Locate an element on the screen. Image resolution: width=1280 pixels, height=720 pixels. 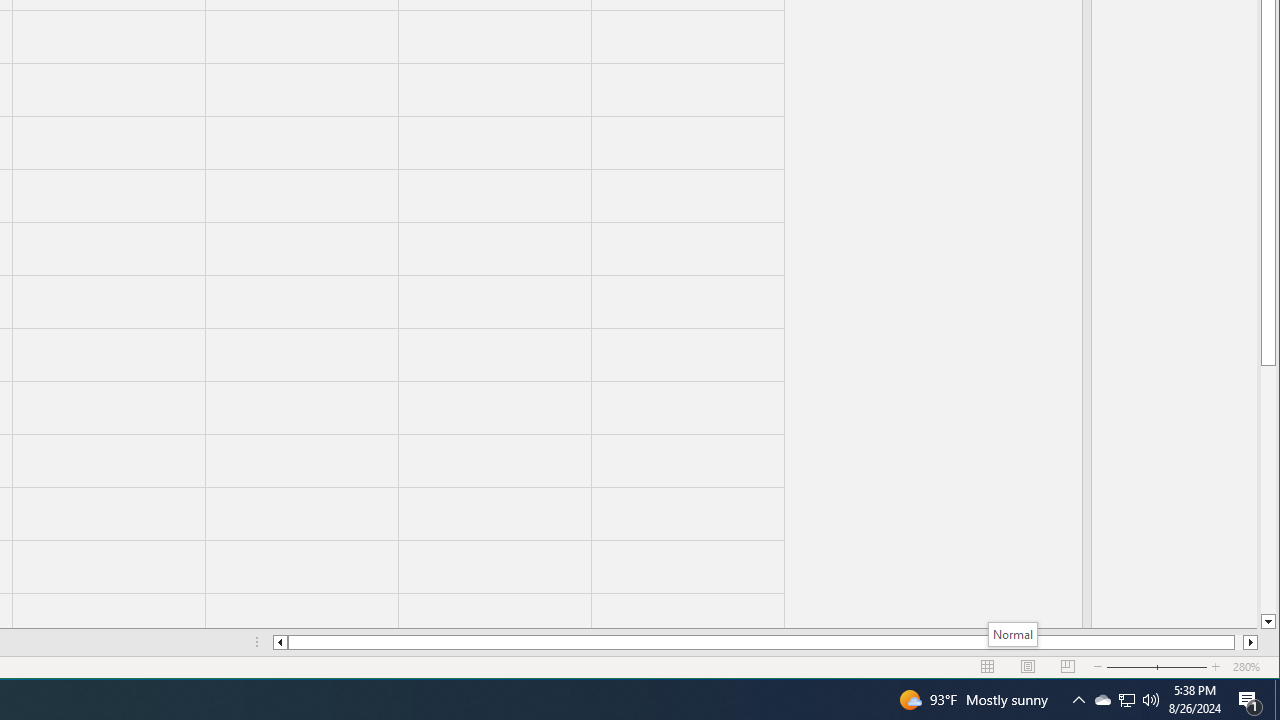
'Zoom' is located at coordinates (1157, 667).